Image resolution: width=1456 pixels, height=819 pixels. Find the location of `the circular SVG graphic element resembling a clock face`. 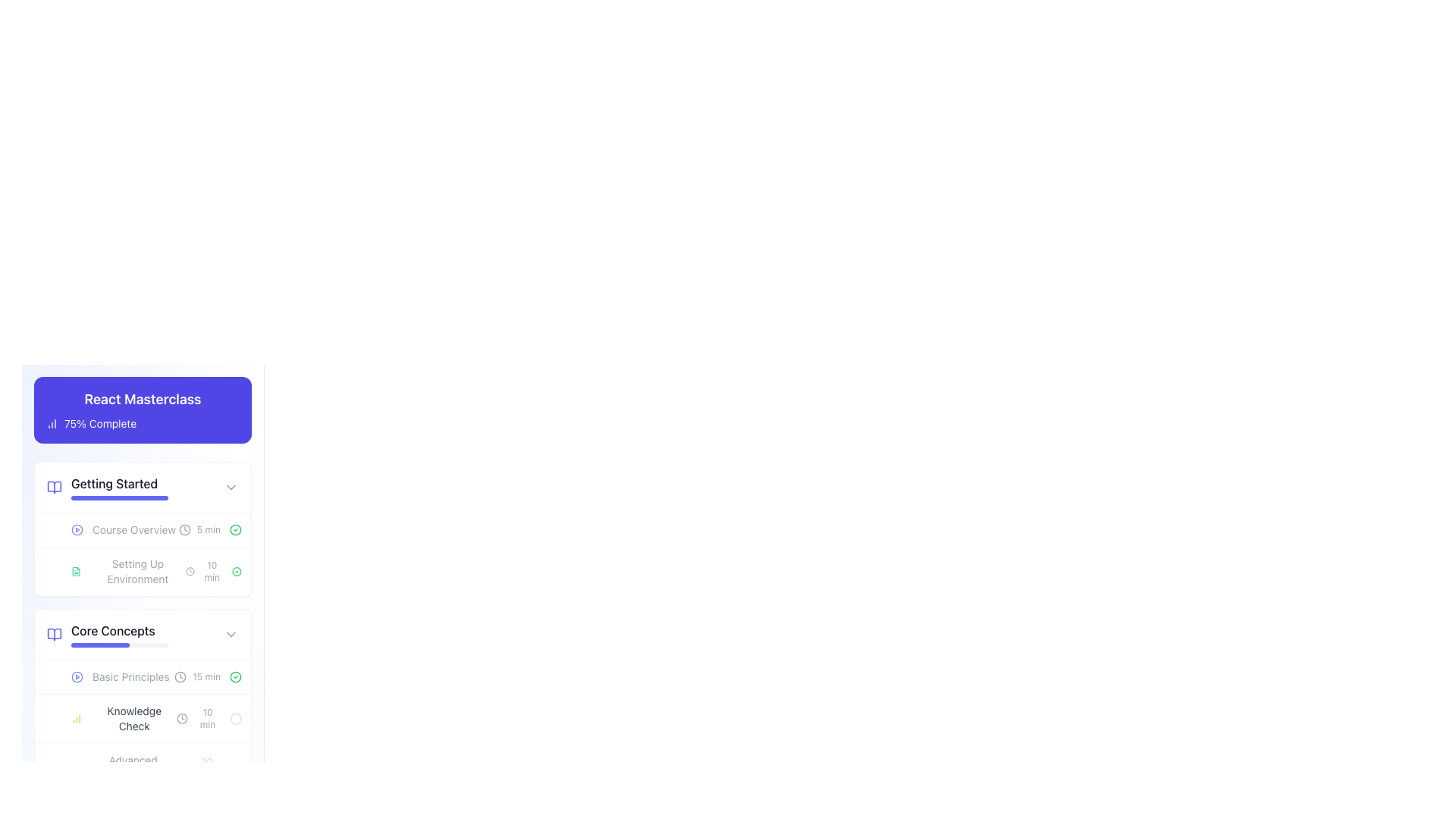

the circular SVG graphic element resembling a clock face is located at coordinates (190, 571).